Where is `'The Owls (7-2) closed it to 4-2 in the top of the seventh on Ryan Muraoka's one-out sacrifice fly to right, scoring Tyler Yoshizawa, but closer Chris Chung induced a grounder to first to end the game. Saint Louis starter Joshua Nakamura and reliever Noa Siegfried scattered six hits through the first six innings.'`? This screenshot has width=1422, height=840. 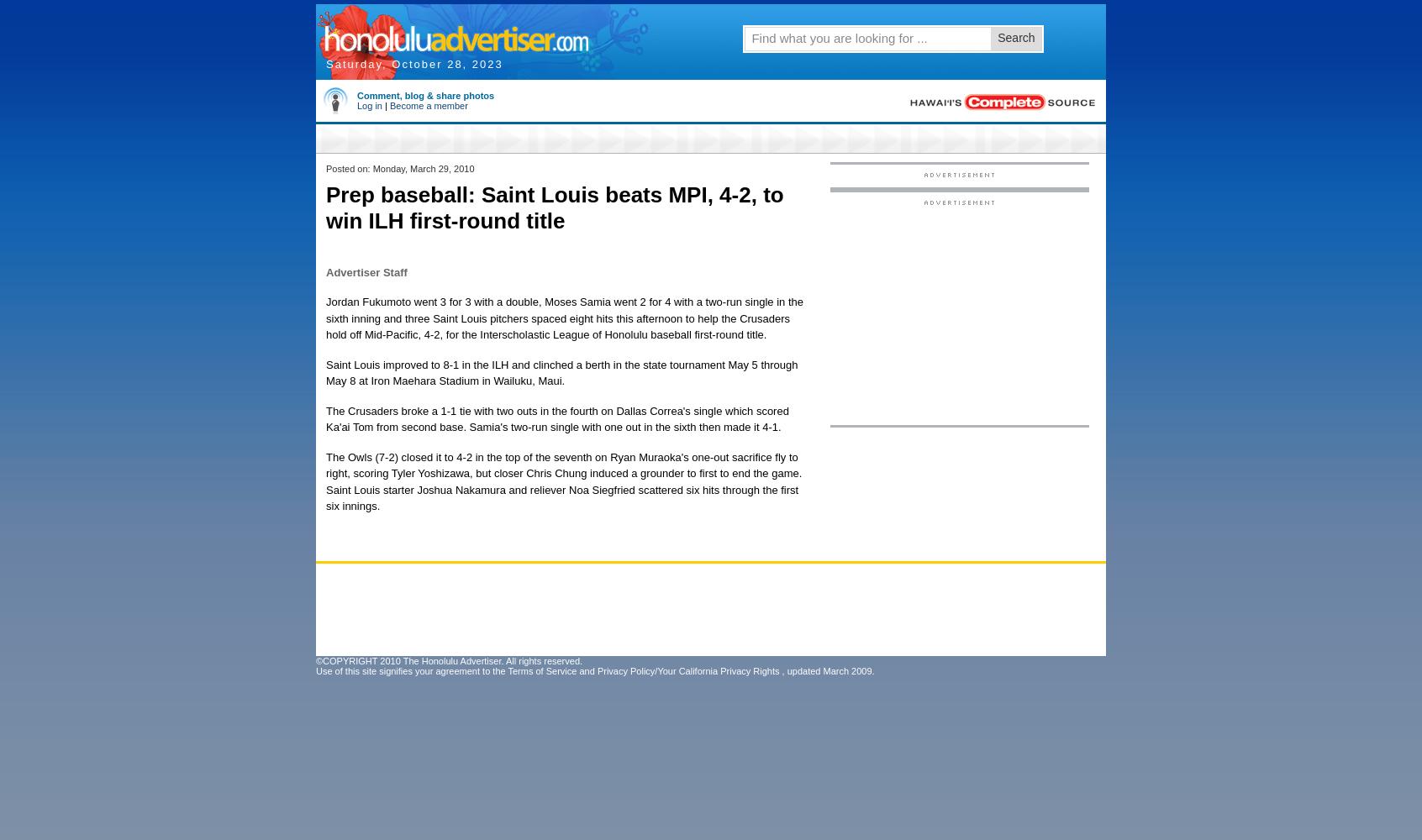 'The Owls (7-2) closed it to 4-2 in the top of the seventh on Ryan Muraoka's one-out sacrifice fly to right, scoring Tyler Yoshizawa, but closer Chris Chung induced a grounder to first to end the game. Saint Louis starter Joshua Nakamura and reliever Noa Siegfried scattered six hits through the first six innings.' is located at coordinates (564, 480).